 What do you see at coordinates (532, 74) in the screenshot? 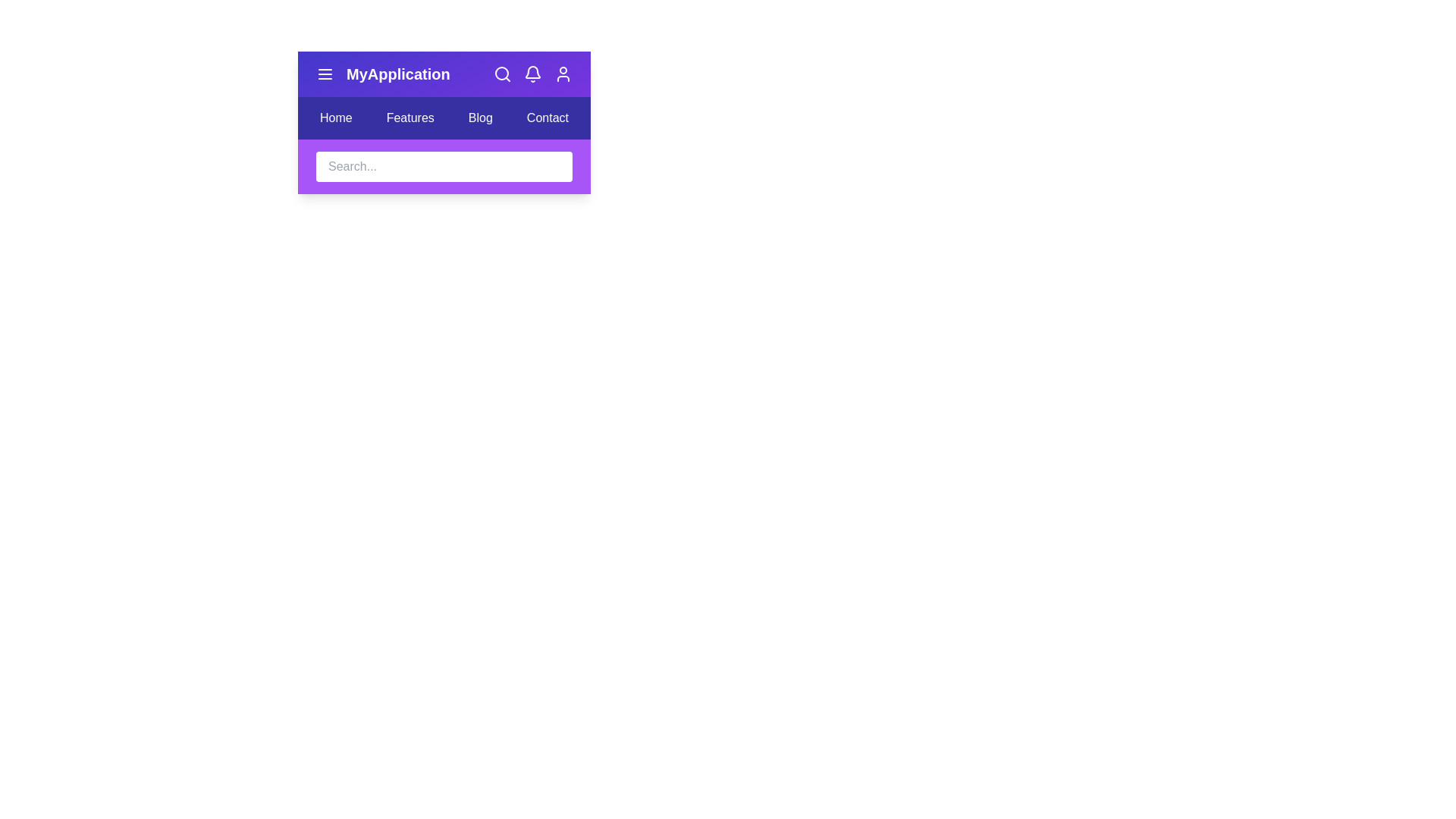
I see `the interactive element bell_icon` at bounding box center [532, 74].